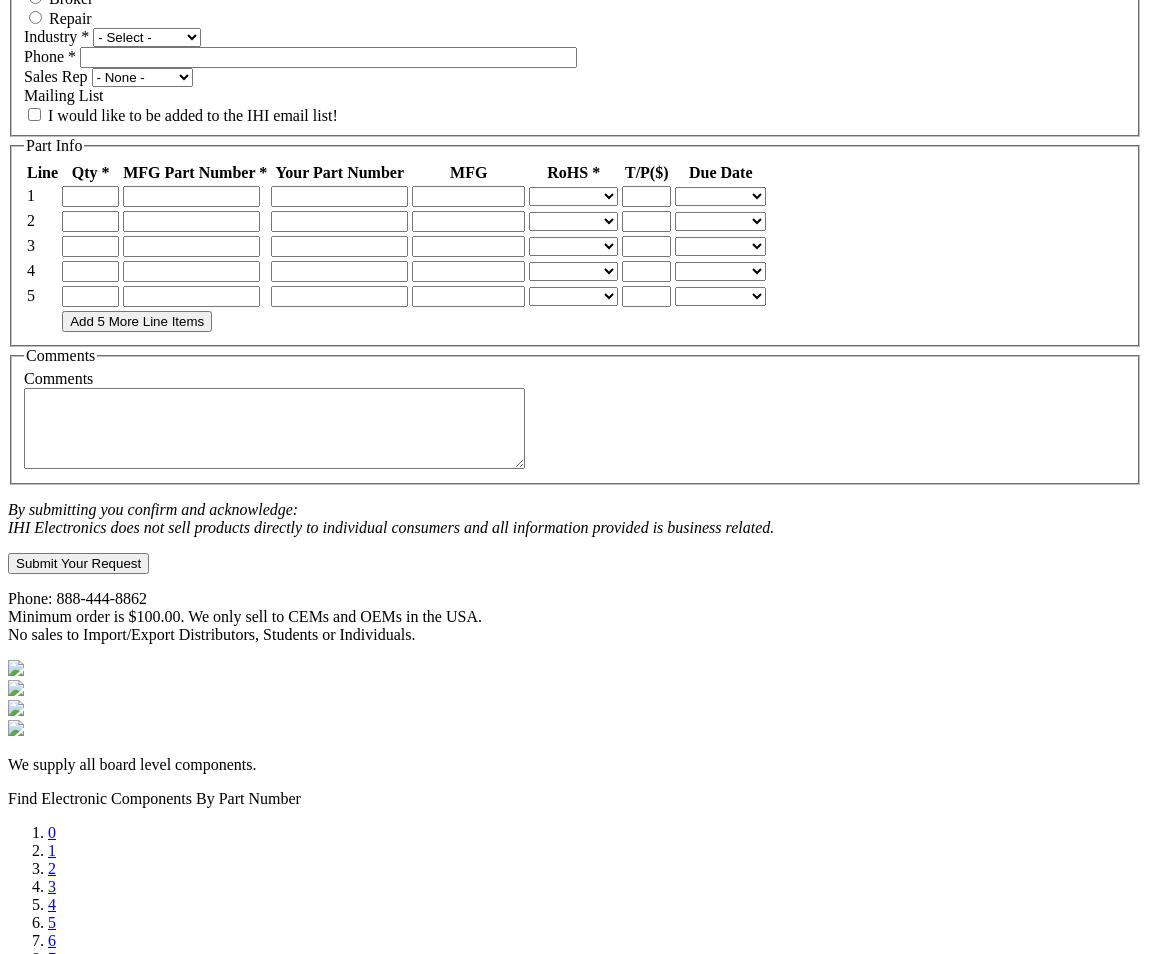 The image size is (1150, 954). Describe the element at coordinates (50, 832) in the screenshot. I see `'0'` at that location.